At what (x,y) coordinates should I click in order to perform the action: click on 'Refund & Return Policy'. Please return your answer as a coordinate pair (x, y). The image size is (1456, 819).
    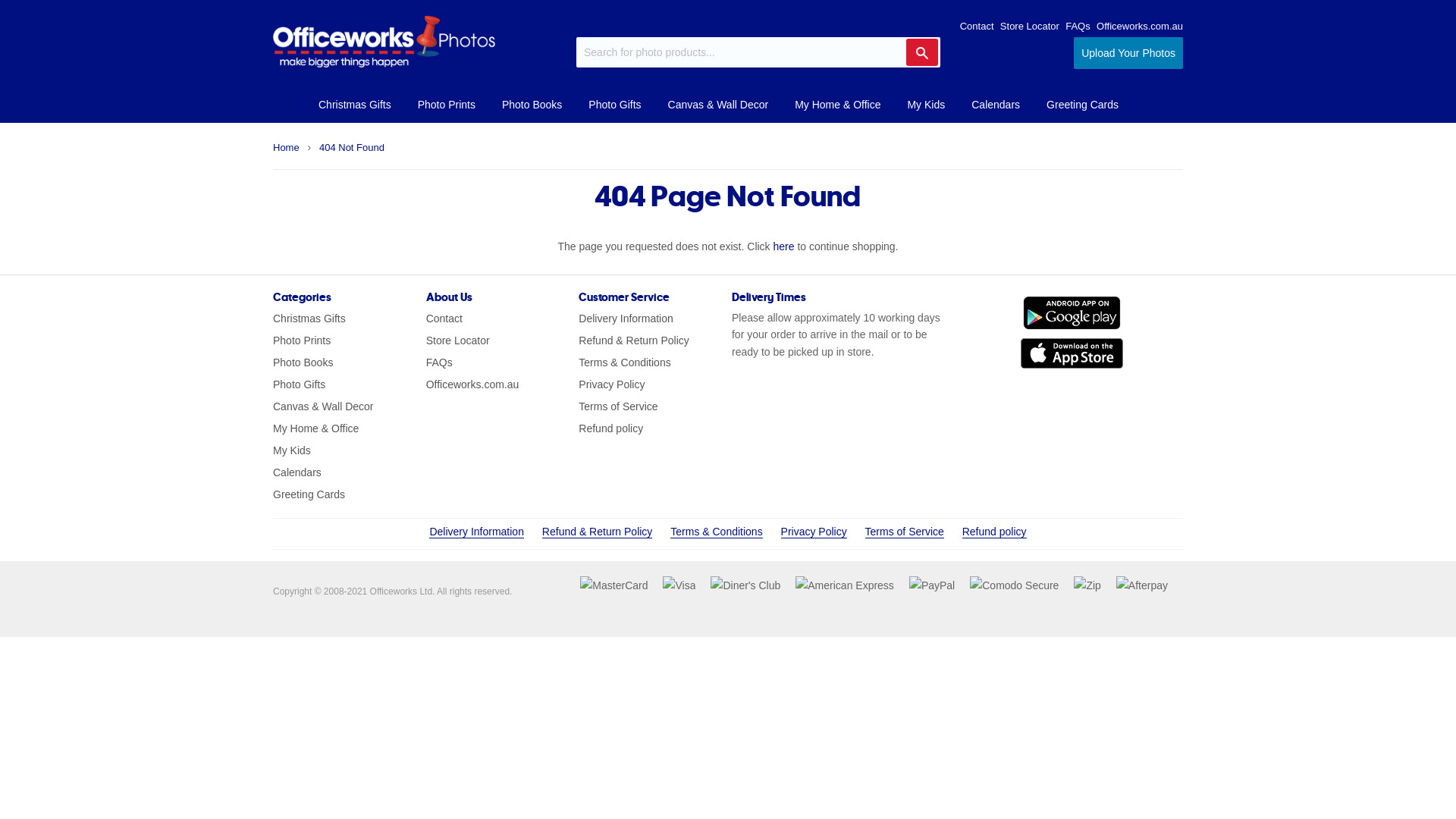
    Looking at the image, I should click on (633, 339).